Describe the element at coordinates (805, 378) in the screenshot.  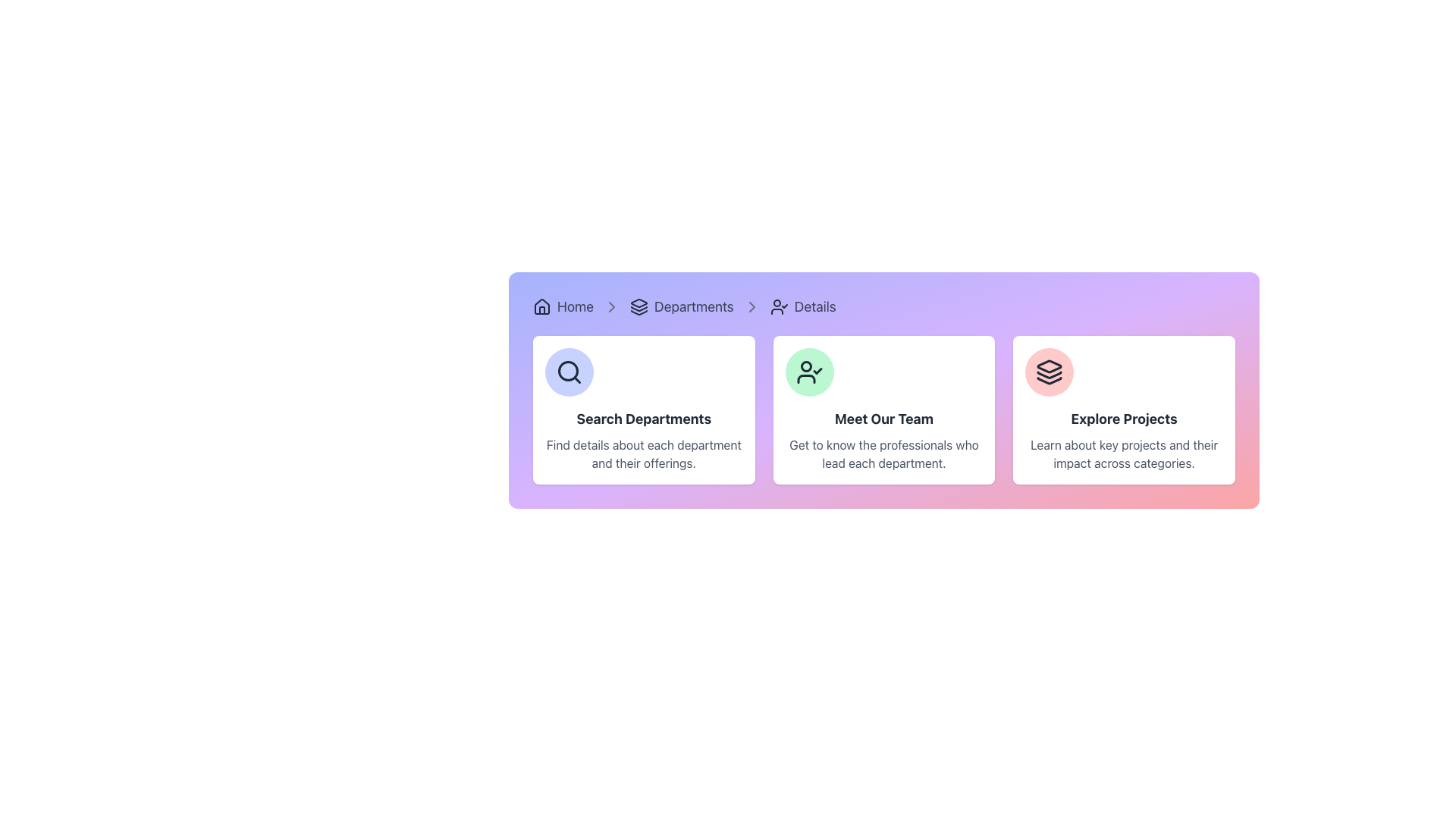
I see `the bottom section of the SVG icon representing a compact bowl or dome within the 'Meet Our Team' card` at that location.